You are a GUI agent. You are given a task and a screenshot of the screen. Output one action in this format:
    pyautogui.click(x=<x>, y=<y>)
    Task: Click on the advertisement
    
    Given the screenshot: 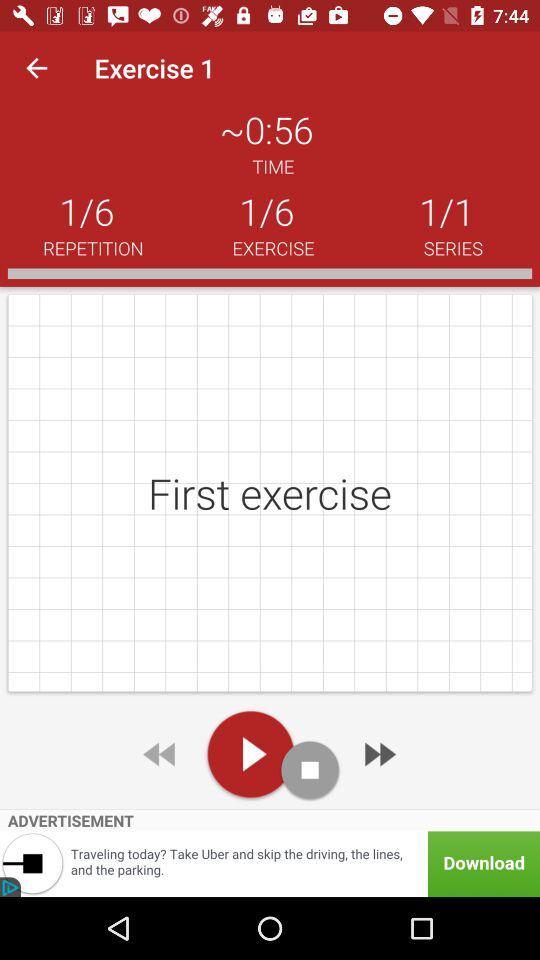 What is the action you would take?
    pyautogui.click(x=270, y=863)
    